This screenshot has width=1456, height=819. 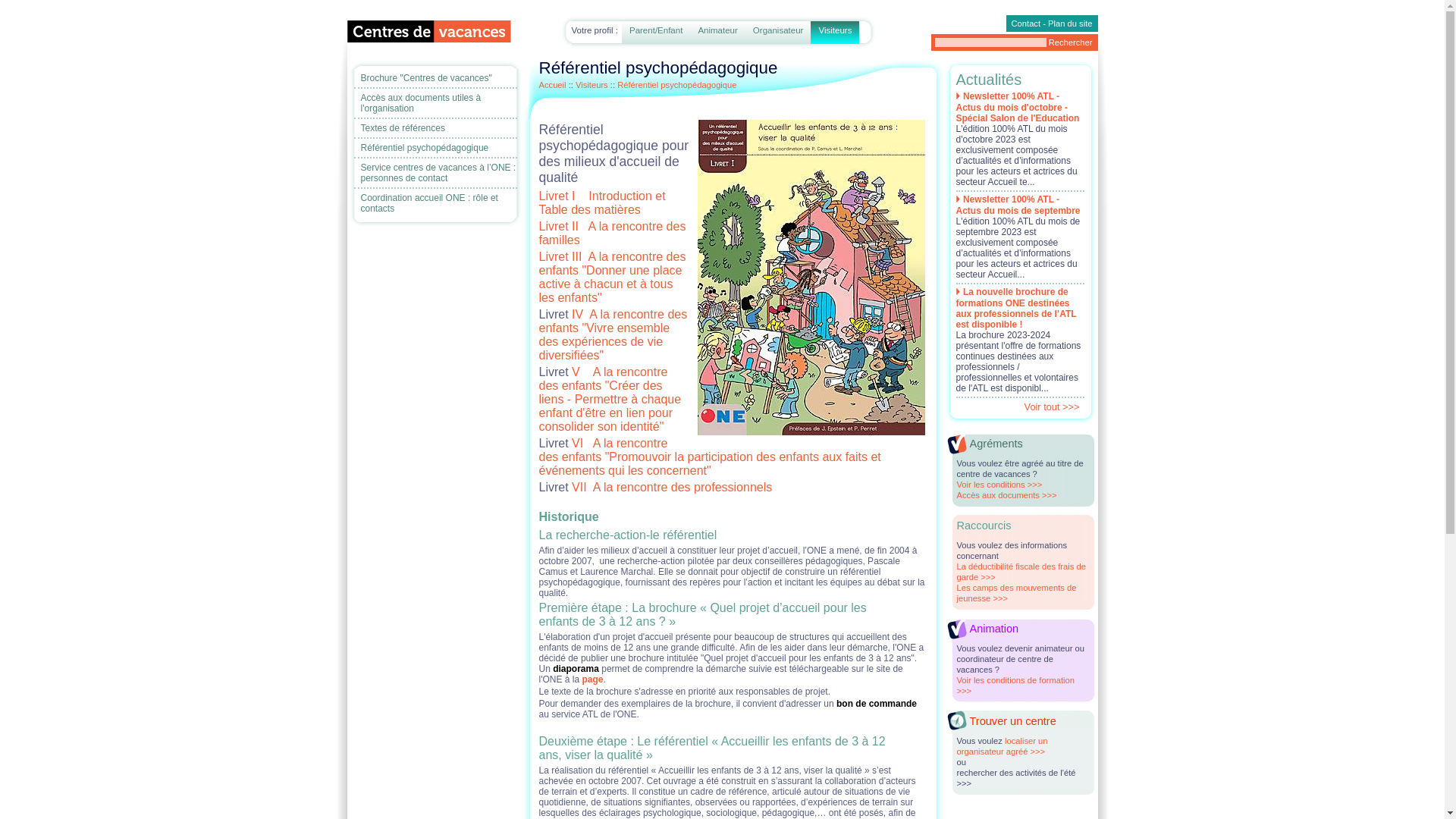 I want to click on 'Voir les conditions de formation >>>', so click(x=956, y=685).